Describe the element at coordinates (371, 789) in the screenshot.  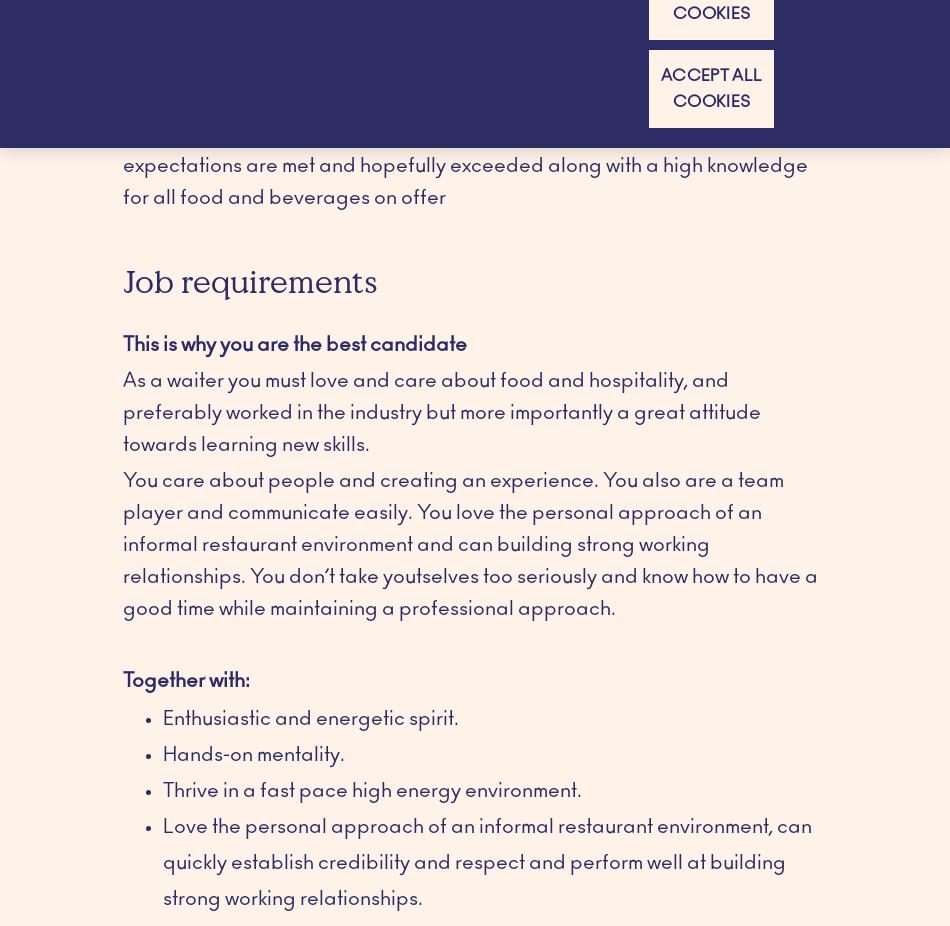
I see `'Thrive in a fast pace high energy environment.'` at that location.